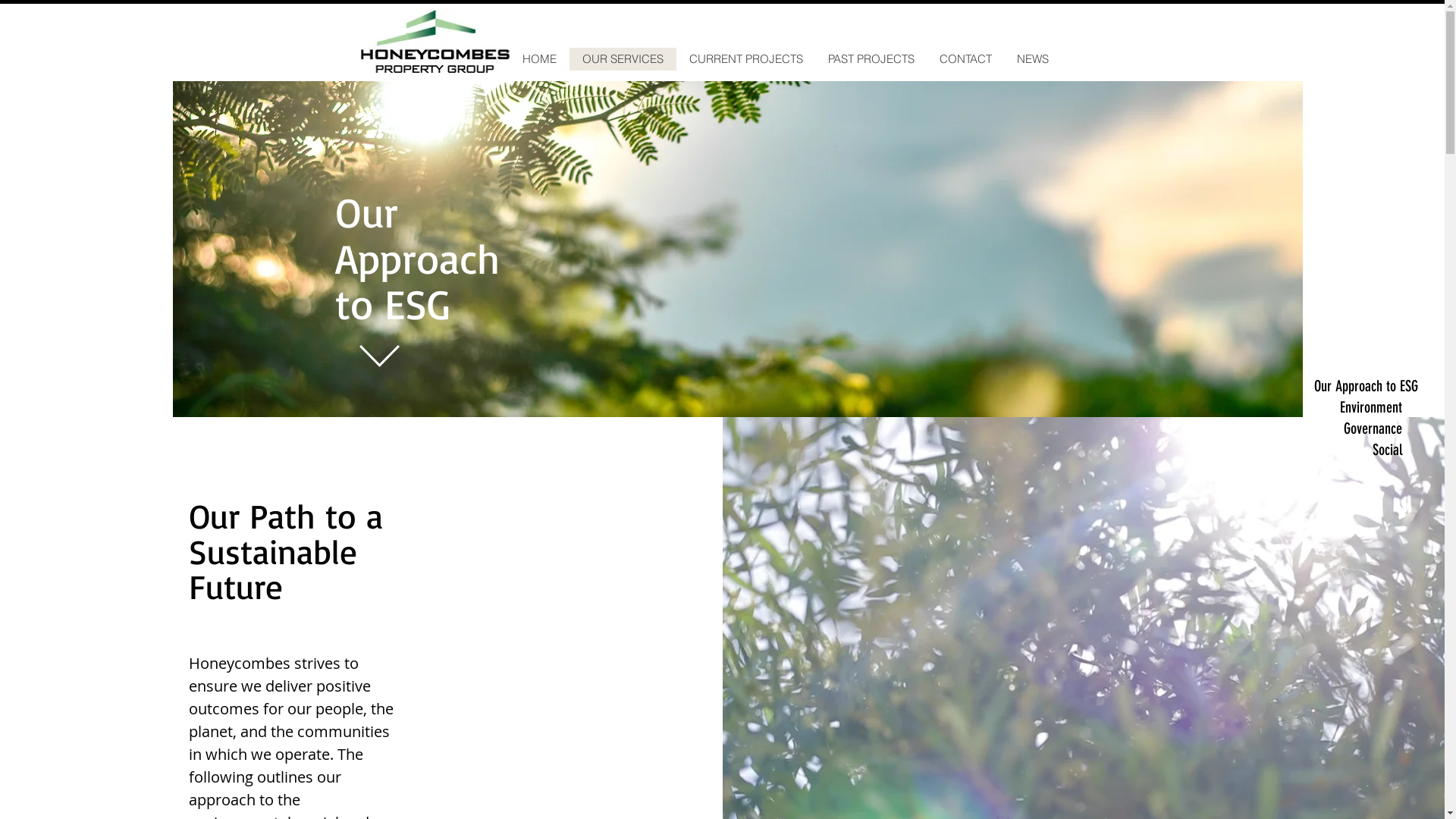 This screenshot has width=1456, height=819. What do you see at coordinates (964, 58) in the screenshot?
I see `'CONTACT'` at bounding box center [964, 58].